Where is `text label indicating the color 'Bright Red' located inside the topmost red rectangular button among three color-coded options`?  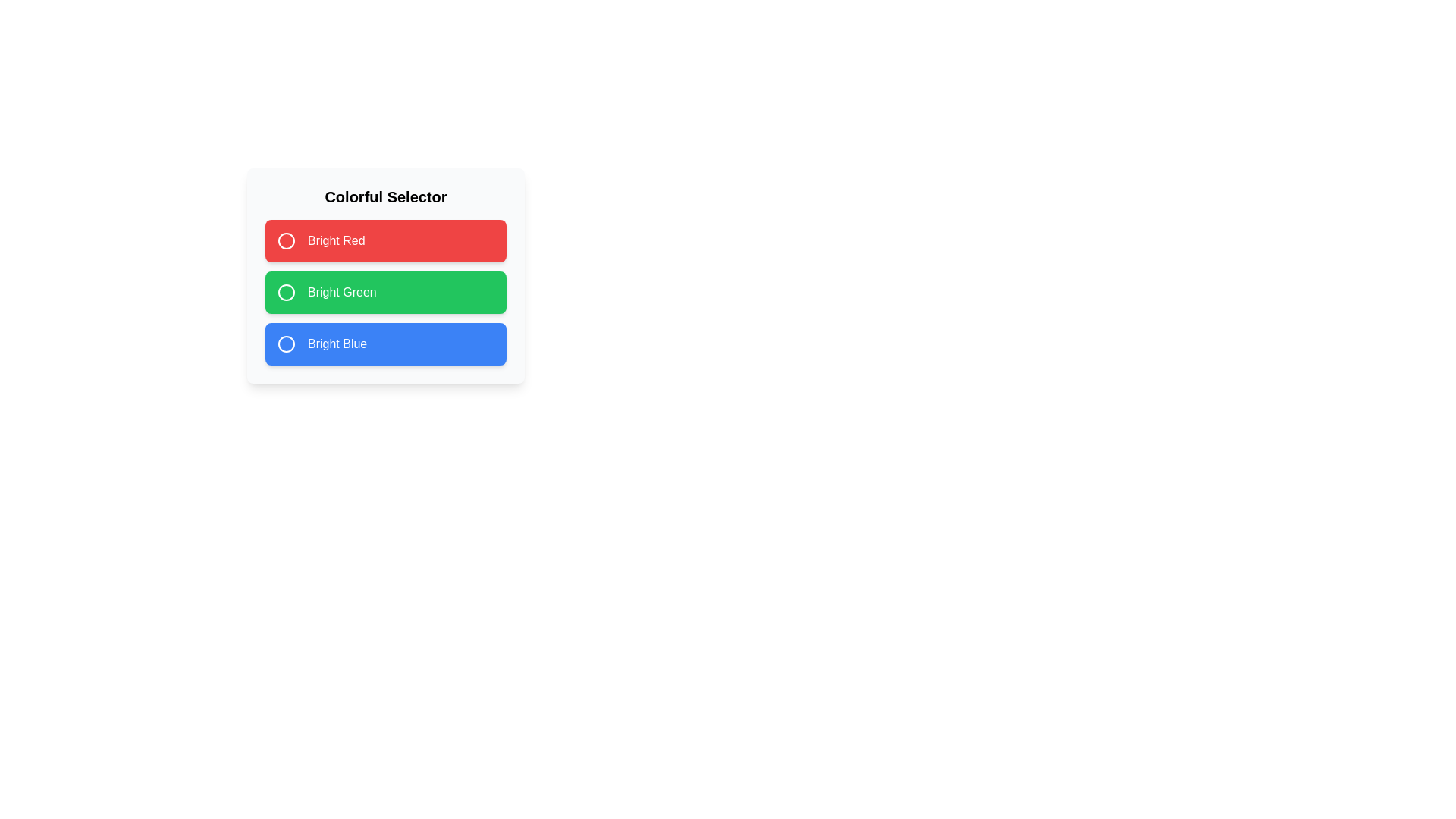 text label indicating the color 'Bright Red' located inside the topmost red rectangular button among three color-coded options is located at coordinates (335, 240).